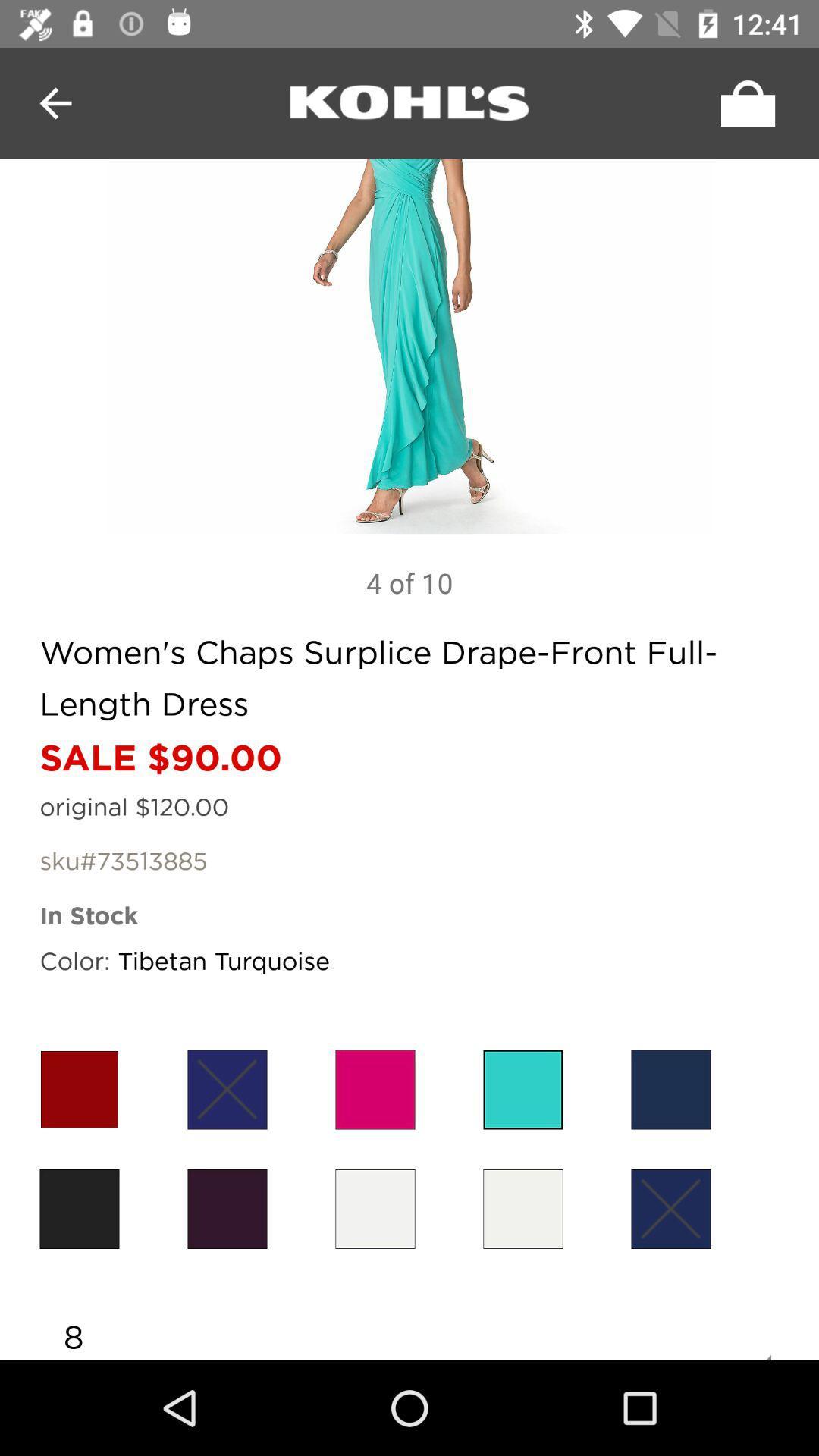 The height and width of the screenshot is (1456, 819). Describe the element at coordinates (227, 1088) in the screenshot. I see `change color to blue` at that location.